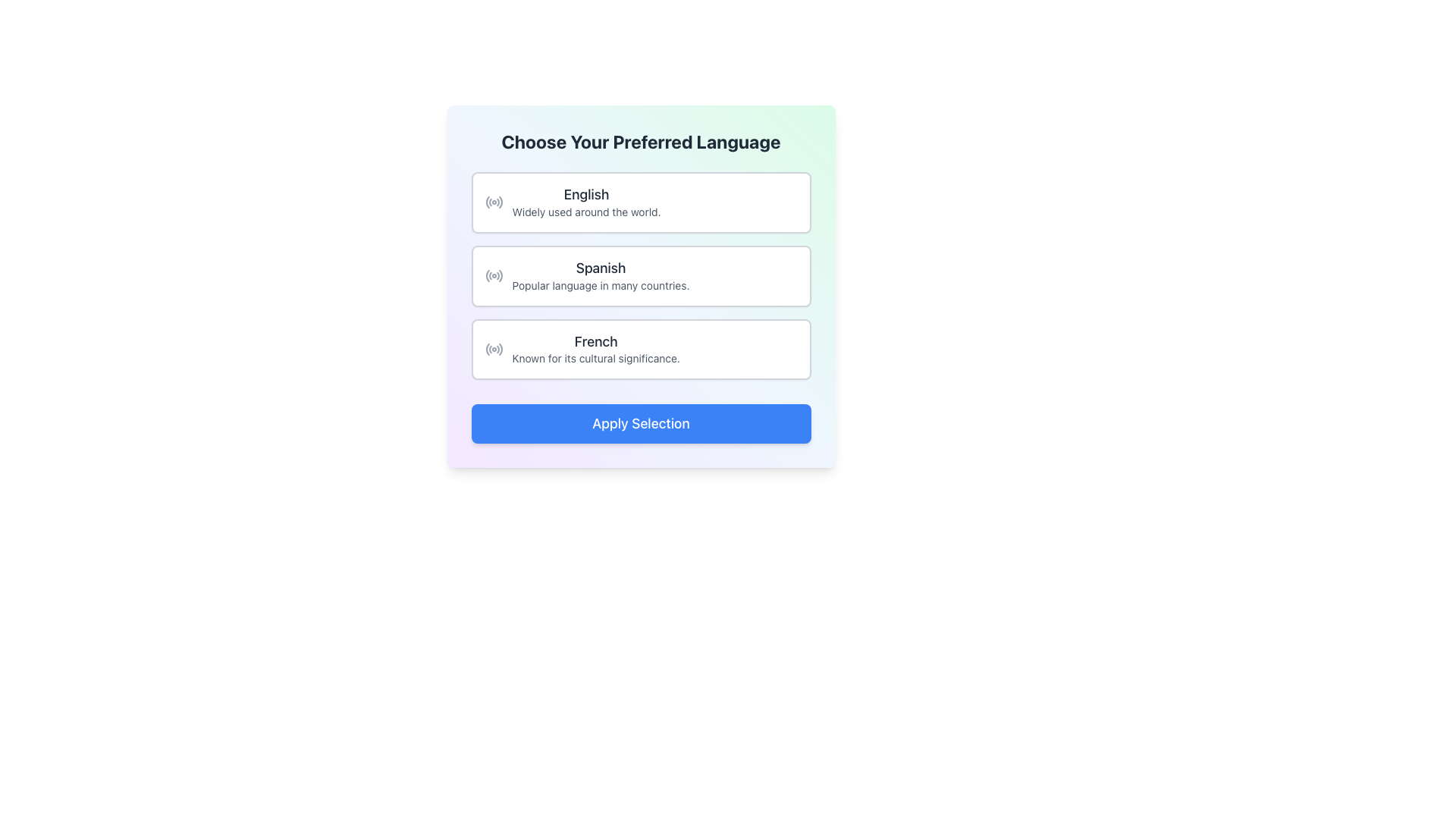  I want to click on the list item displaying the title 'Spanish' with the subtitle 'Popular language in many countries.' and an icon resembling sound waves, so click(586, 276).